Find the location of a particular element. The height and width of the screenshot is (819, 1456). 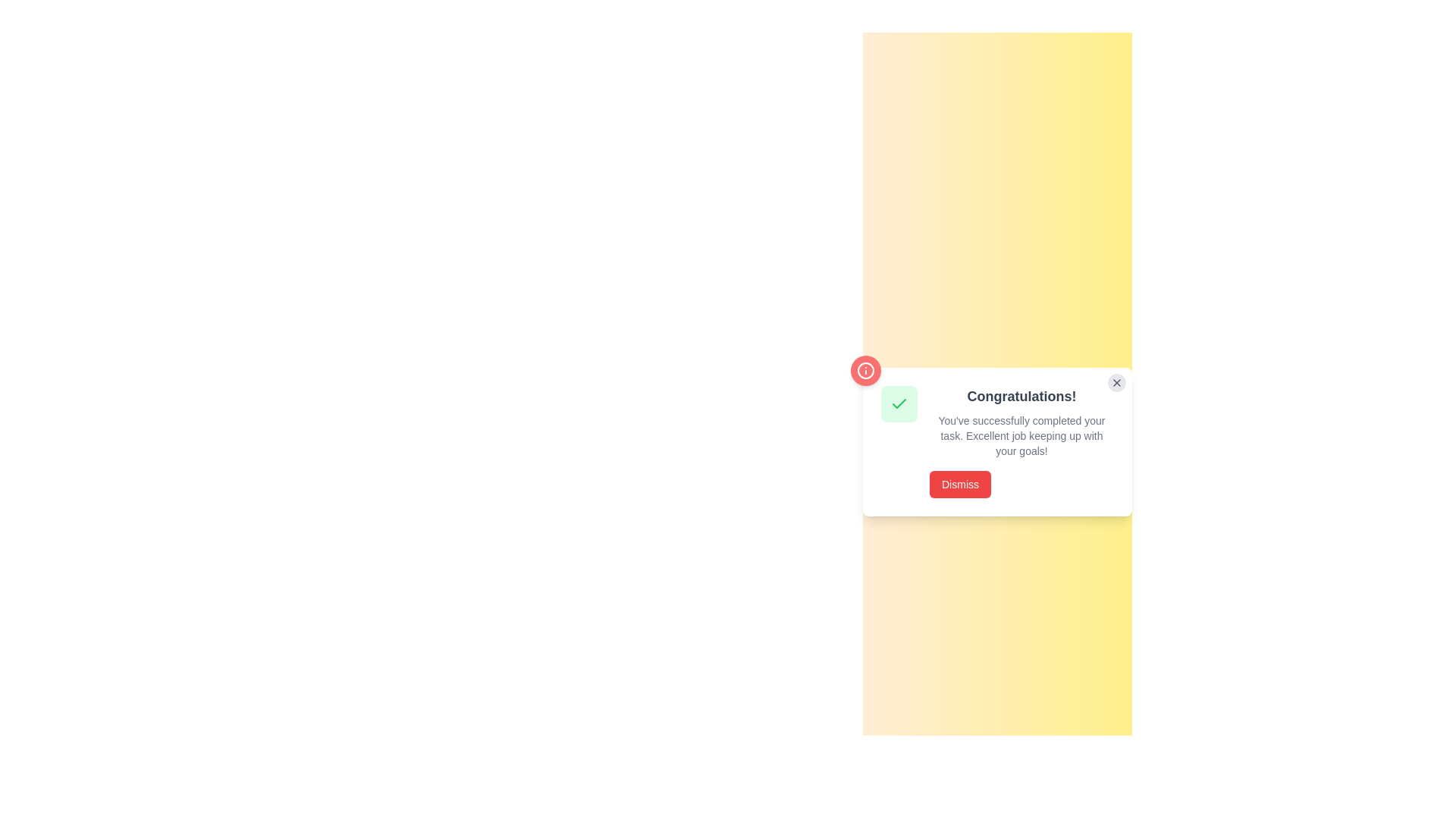

the dismiss button located at the bottom-left of the notification box is located at coordinates (1021, 485).